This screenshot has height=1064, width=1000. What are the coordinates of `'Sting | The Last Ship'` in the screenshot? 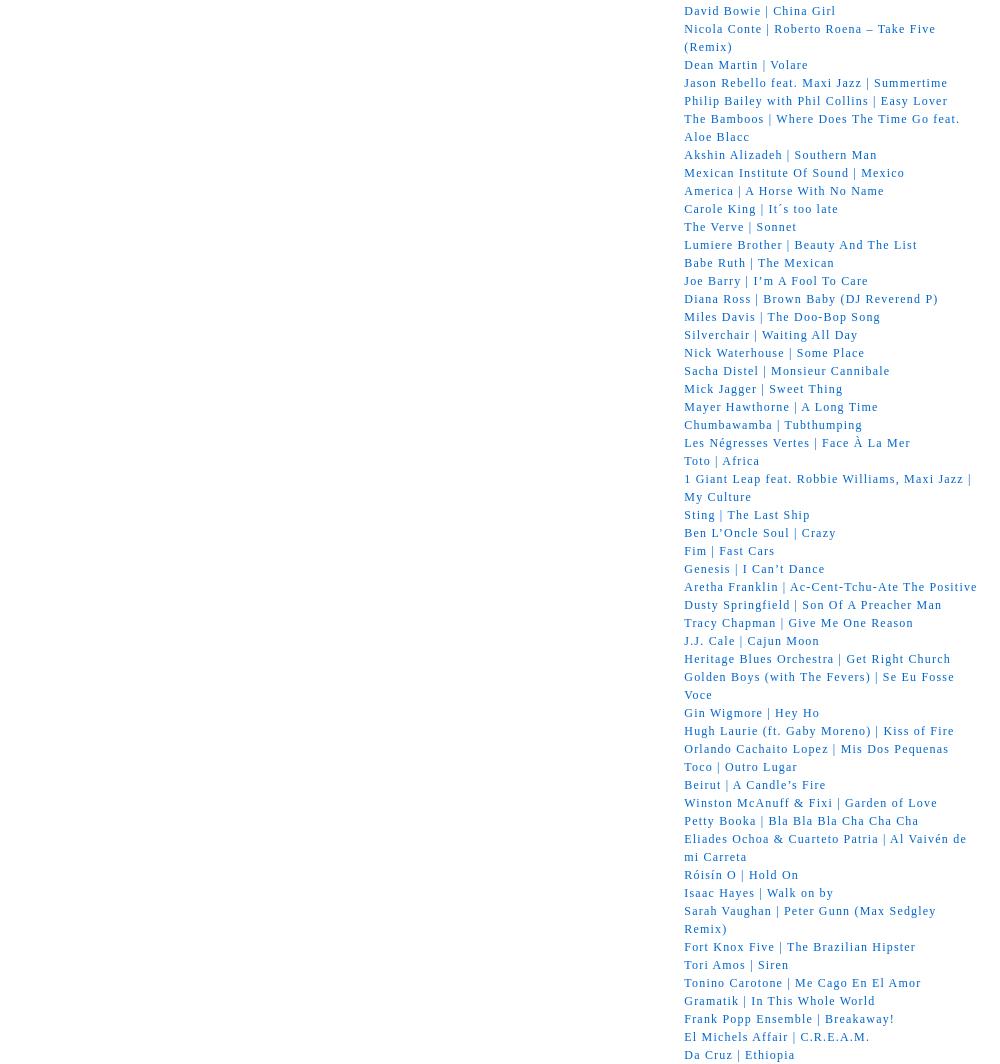 It's located at (746, 514).